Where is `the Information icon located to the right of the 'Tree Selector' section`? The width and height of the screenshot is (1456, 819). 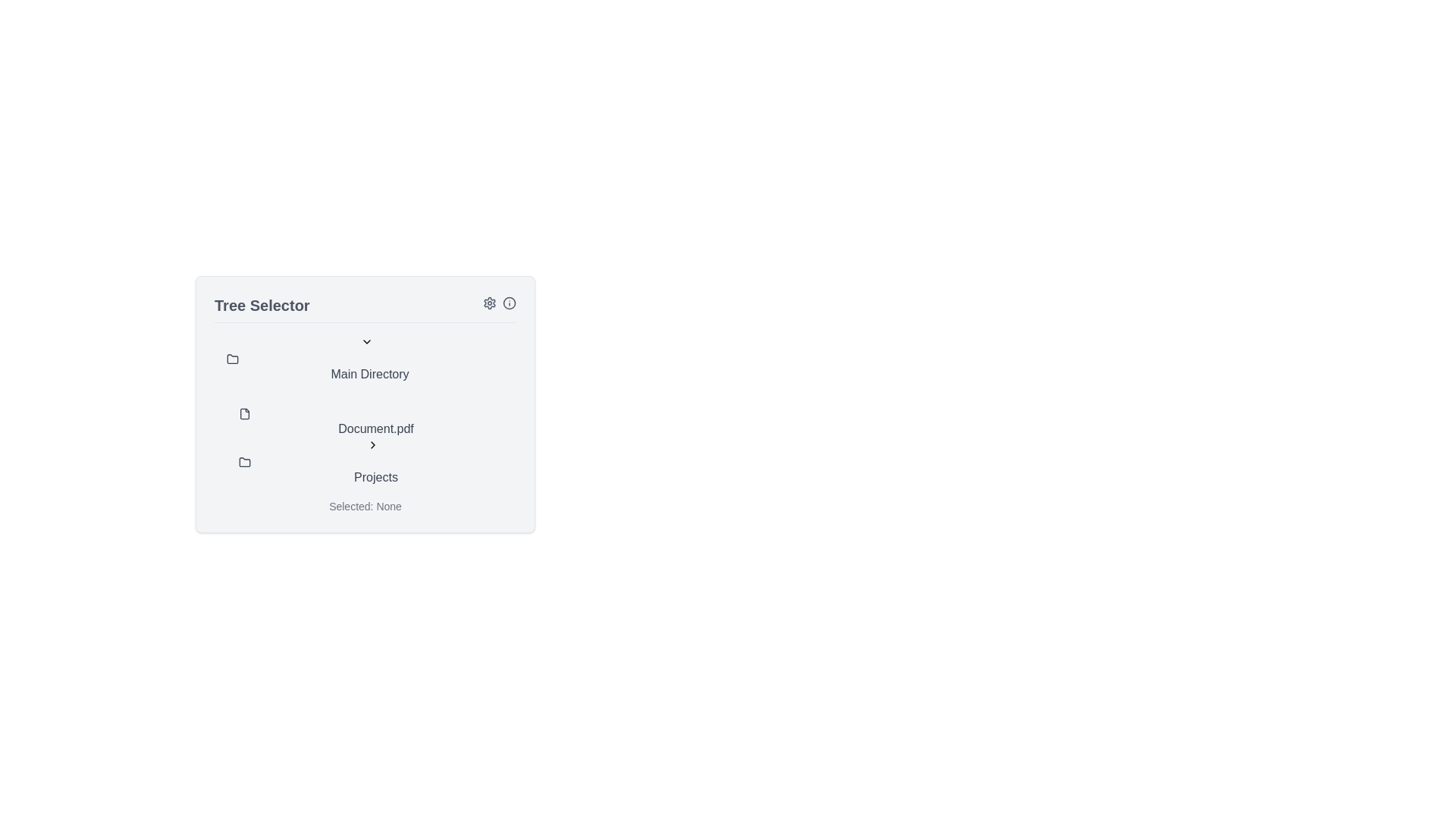
the Information icon located to the right of the 'Tree Selector' section is located at coordinates (499, 305).